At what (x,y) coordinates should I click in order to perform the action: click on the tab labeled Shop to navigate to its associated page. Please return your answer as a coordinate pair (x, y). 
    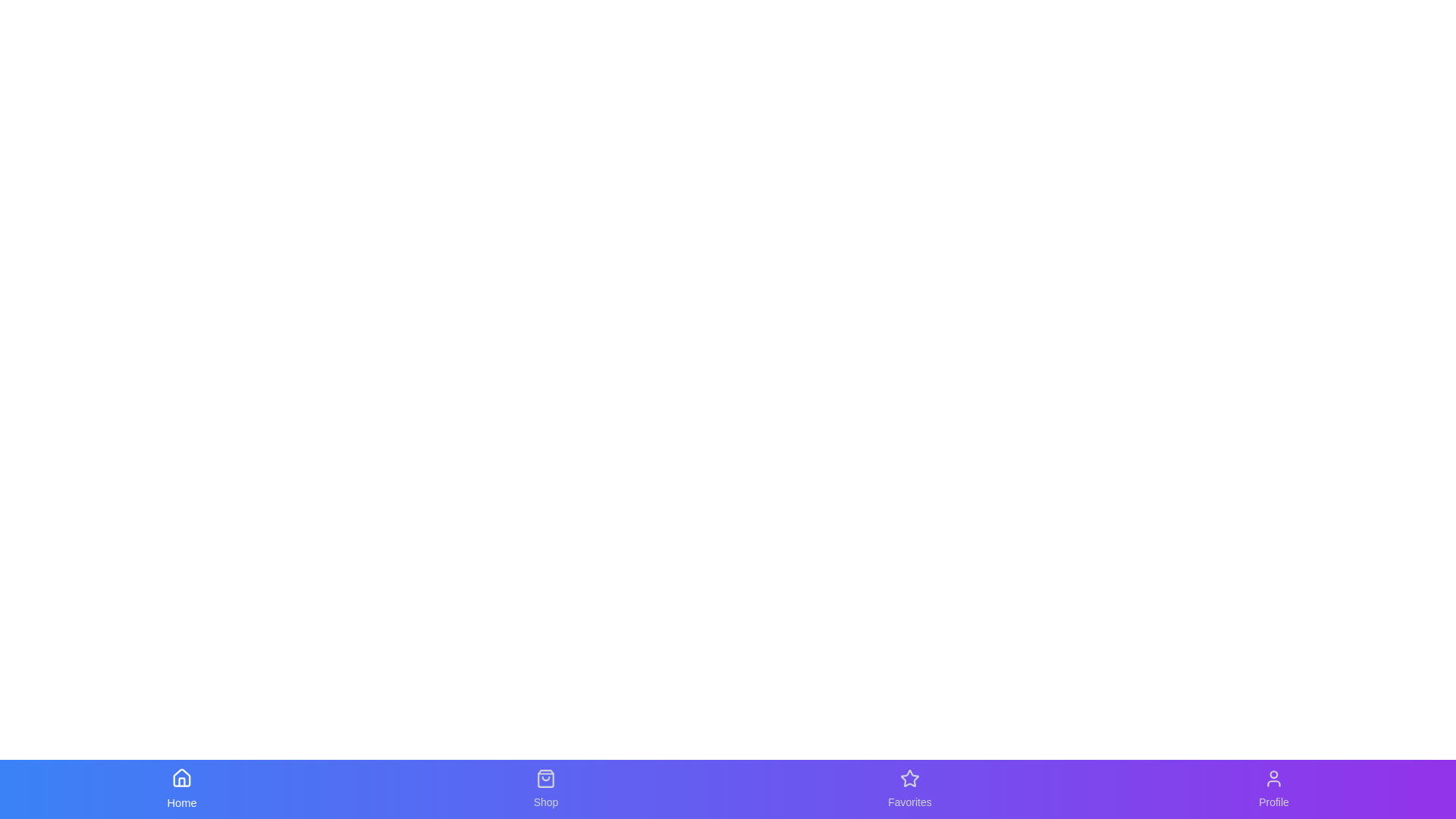
    Looking at the image, I should click on (546, 789).